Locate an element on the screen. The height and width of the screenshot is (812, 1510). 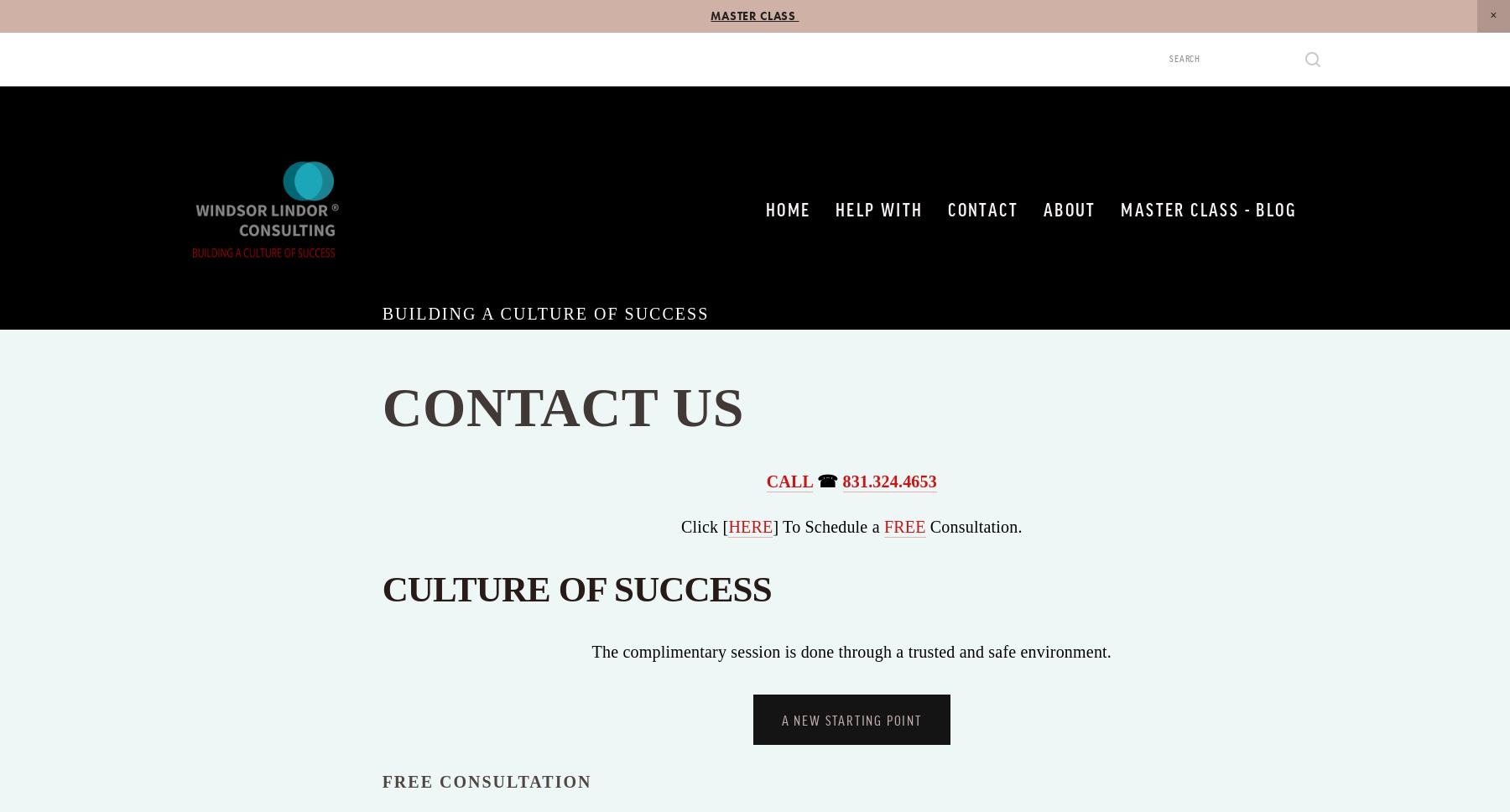
'A NEW STARTING POINT' is located at coordinates (851, 717).